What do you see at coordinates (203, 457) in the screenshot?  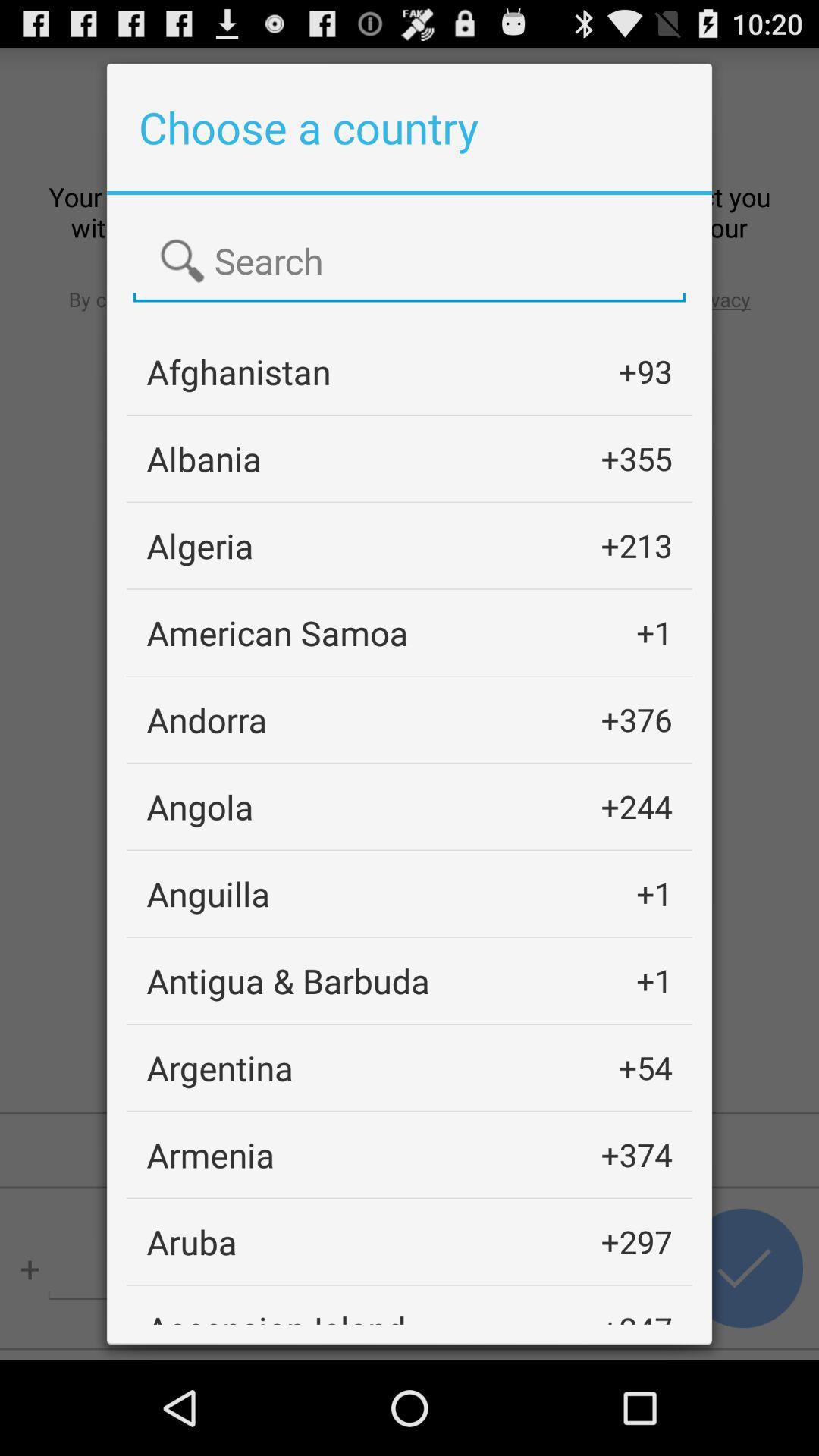 I see `the icon below afghanistan app` at bounding box center [203, 457].